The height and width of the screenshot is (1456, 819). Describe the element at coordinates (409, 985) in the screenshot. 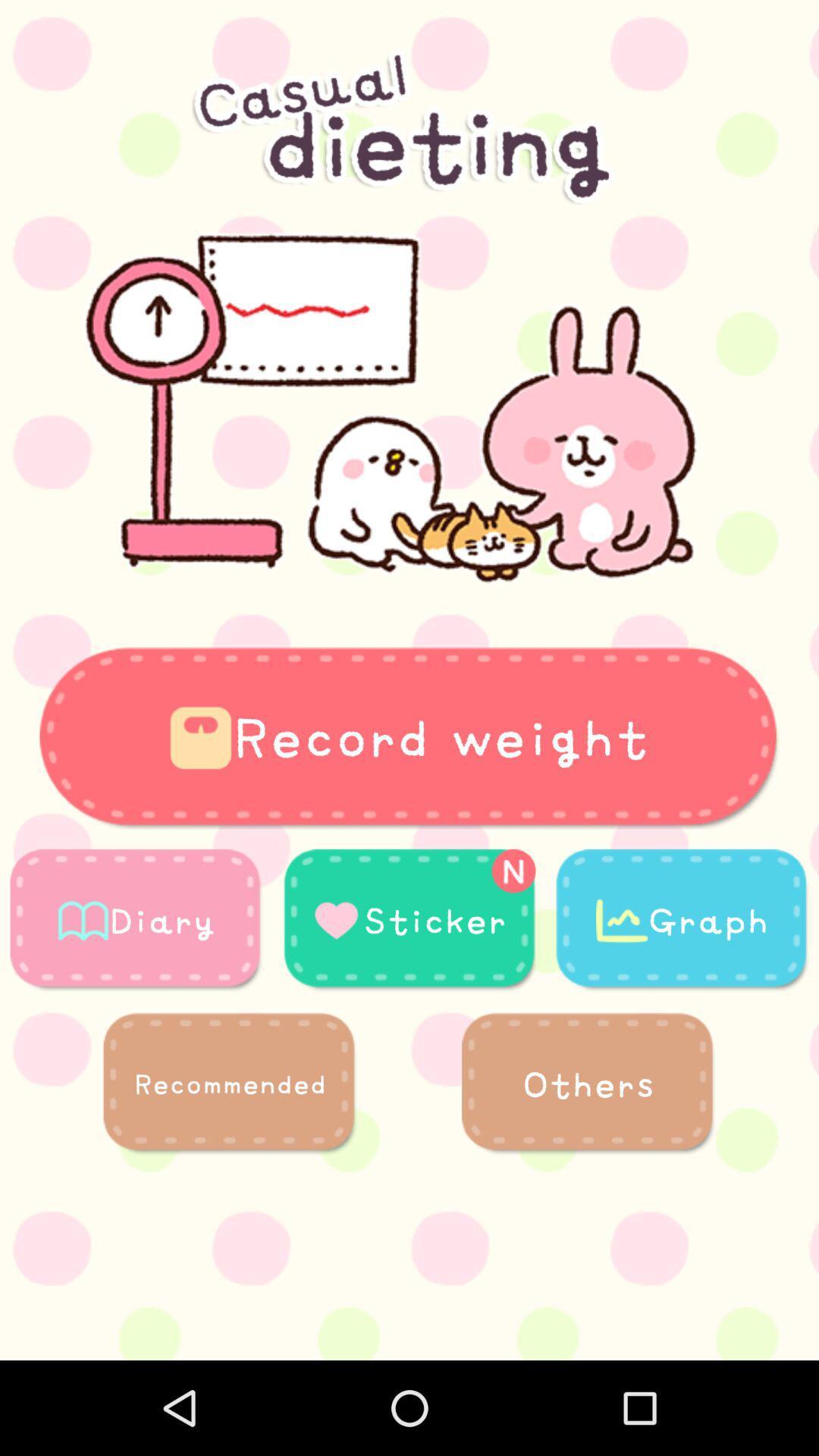

I see `the more icon` at that location.